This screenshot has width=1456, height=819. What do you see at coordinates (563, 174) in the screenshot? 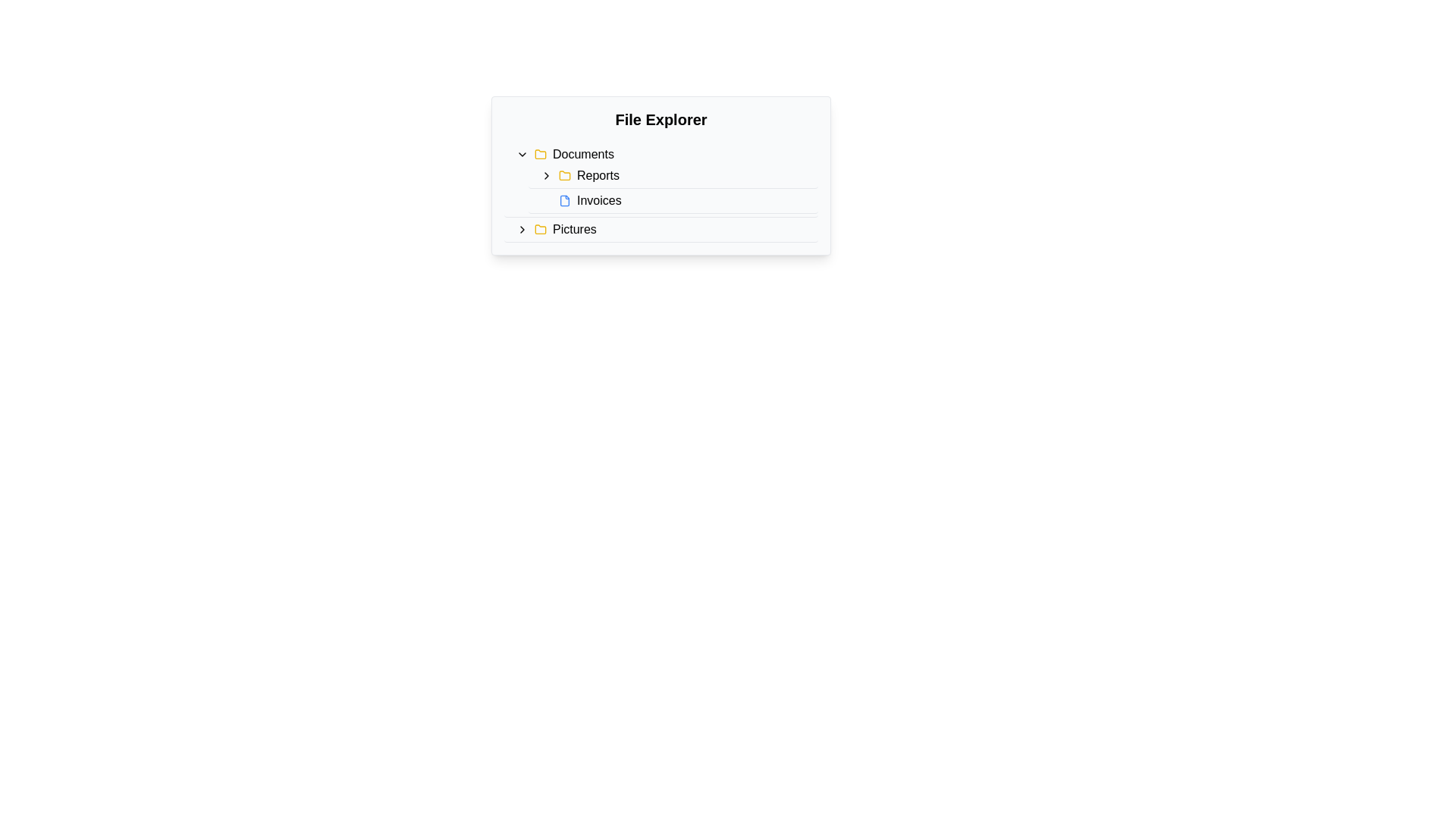
I see `the yellow folder icon indicating its active state within the file explorer interface` at bounding box center [563, 174].